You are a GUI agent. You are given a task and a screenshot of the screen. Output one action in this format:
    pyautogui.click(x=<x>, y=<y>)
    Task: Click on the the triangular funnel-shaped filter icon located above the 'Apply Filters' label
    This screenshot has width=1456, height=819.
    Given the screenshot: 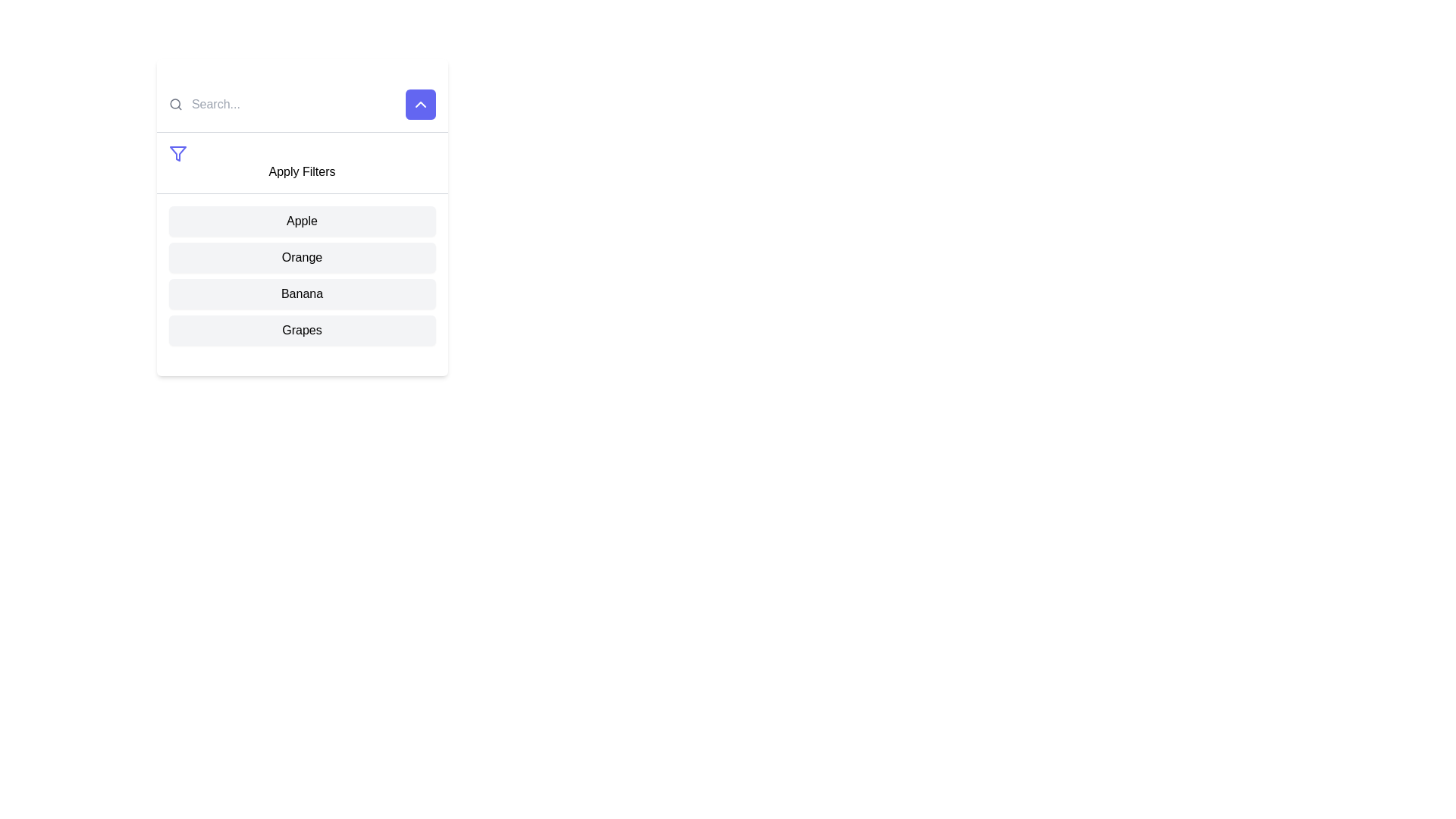 What is the action you would take?
    pyautogui.click(x=177, y=154)
    